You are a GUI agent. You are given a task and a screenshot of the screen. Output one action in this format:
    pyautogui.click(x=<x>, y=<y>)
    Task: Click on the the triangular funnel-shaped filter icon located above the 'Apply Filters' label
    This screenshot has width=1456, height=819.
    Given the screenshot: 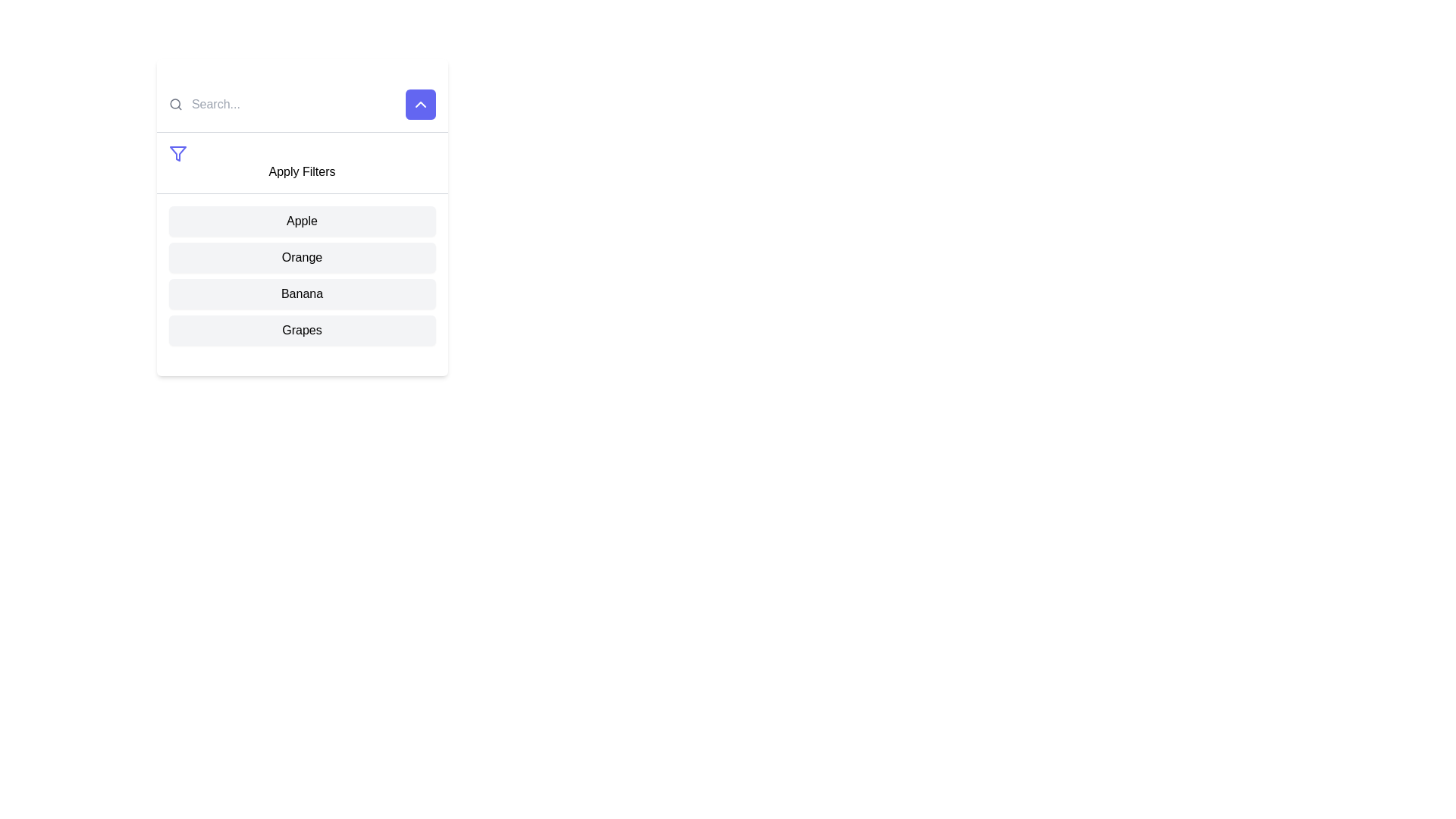 What is the action you would take?
    pyautogui.click(x=177, y=154)
    